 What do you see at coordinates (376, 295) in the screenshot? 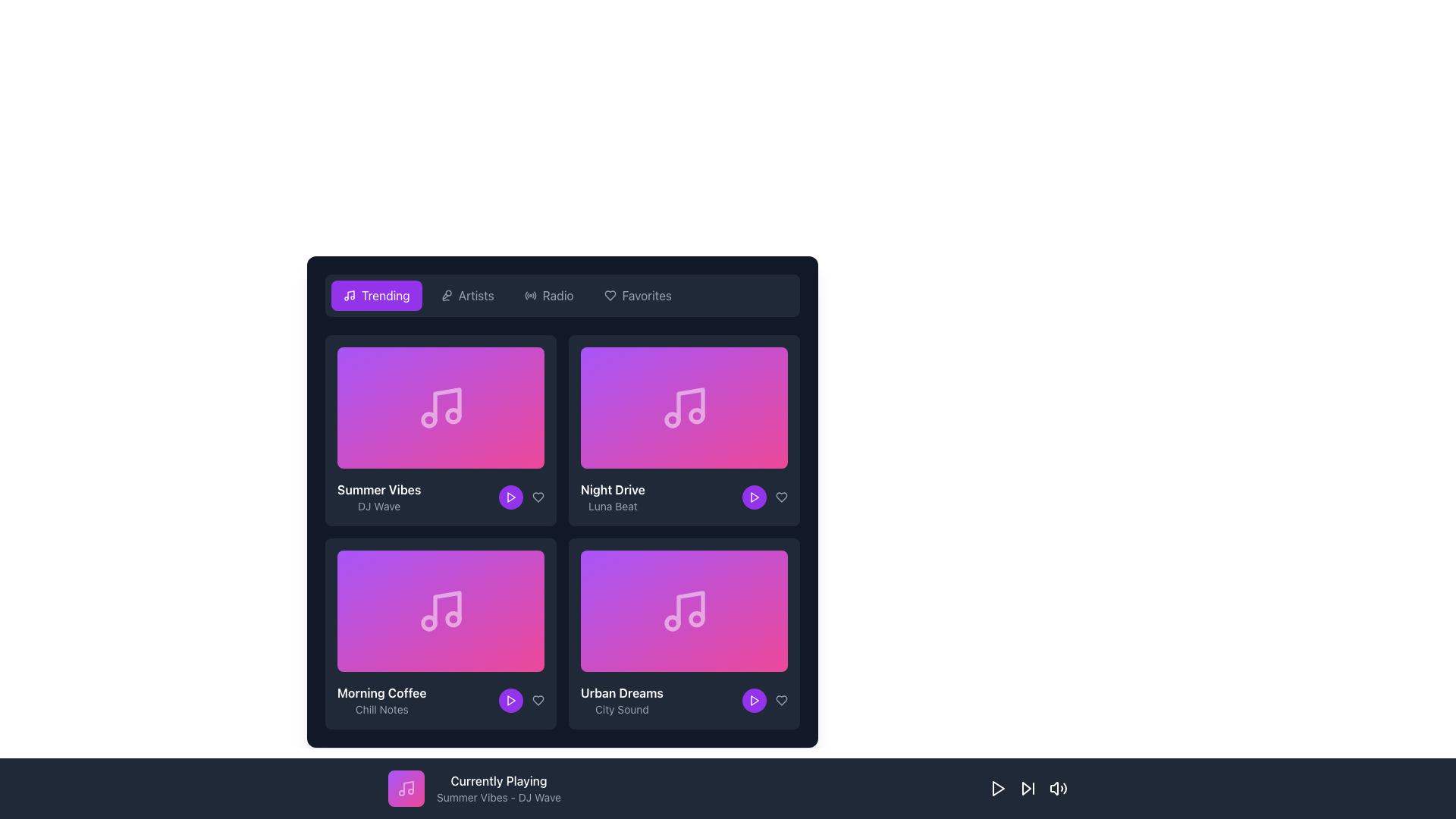
I see `the leftmost button with a purple background and white text reading 'Trending'` at bounding box center [376, 295].